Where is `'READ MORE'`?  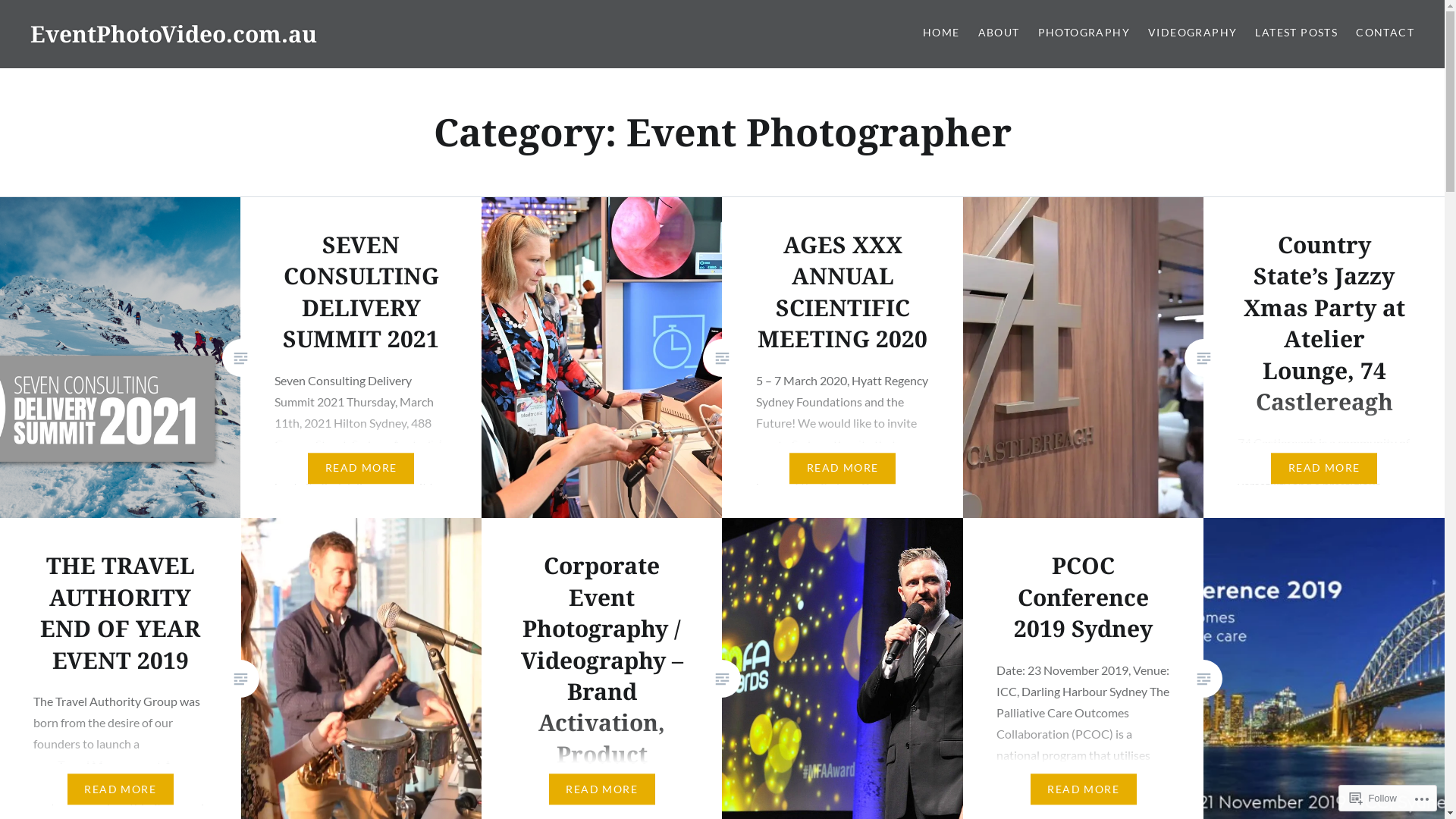
'READ MORE' is located at coordinates (1323, 467).